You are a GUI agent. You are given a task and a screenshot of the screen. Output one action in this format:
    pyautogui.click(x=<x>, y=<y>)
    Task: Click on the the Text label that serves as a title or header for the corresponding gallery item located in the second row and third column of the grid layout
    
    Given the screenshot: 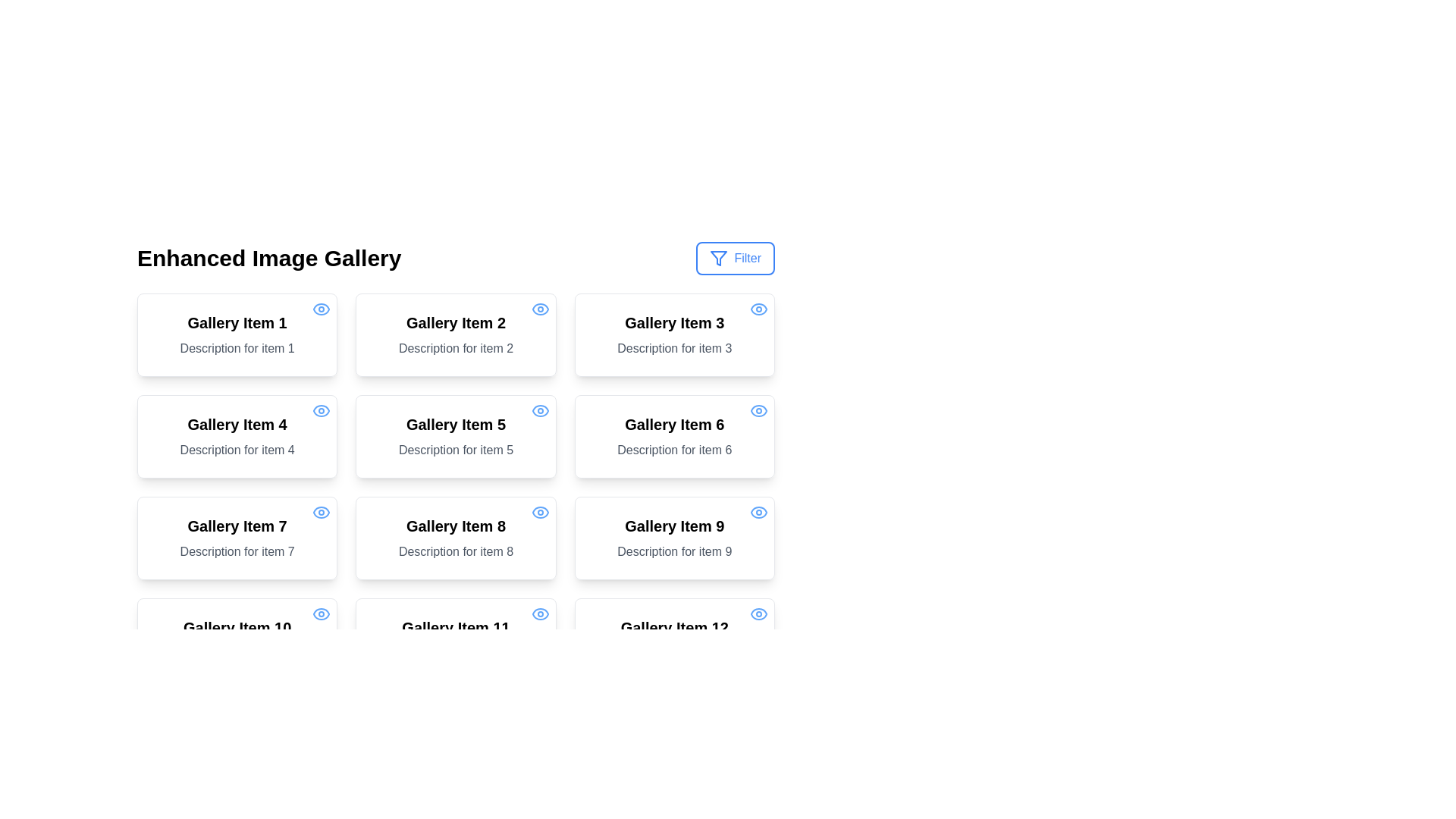 What is the action you would take?
    pyautogui.click(x=455, y=526)
    